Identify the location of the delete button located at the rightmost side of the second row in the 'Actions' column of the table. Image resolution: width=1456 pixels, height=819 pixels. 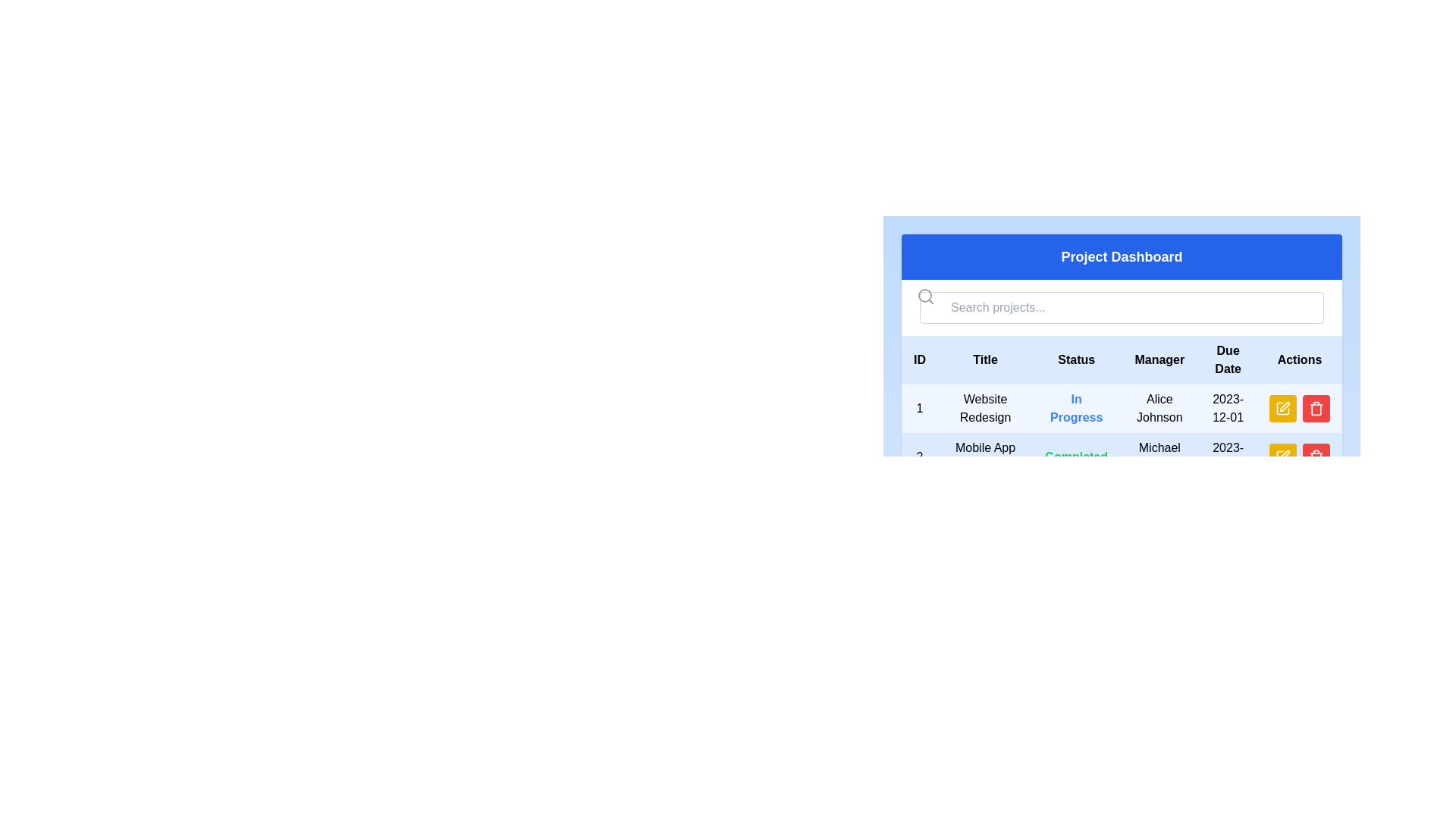
(1316, 456).